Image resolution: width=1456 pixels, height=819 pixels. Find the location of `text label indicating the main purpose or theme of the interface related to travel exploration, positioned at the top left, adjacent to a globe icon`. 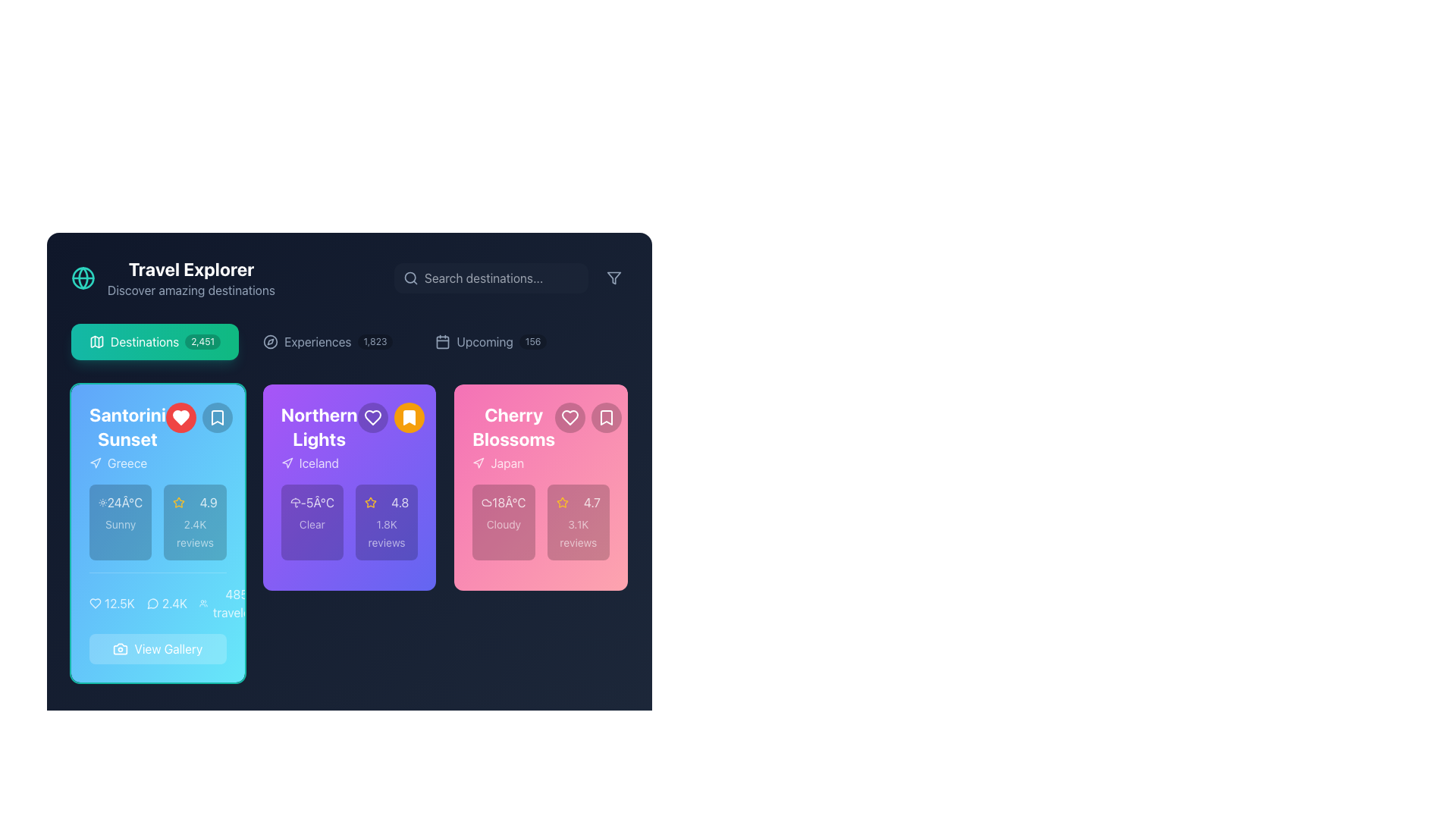

text label indicating the main purpose or theme of the interface related to travel exploration, positioned at the top left, adjacent to a globe icon is located at coordinates (190, 268).